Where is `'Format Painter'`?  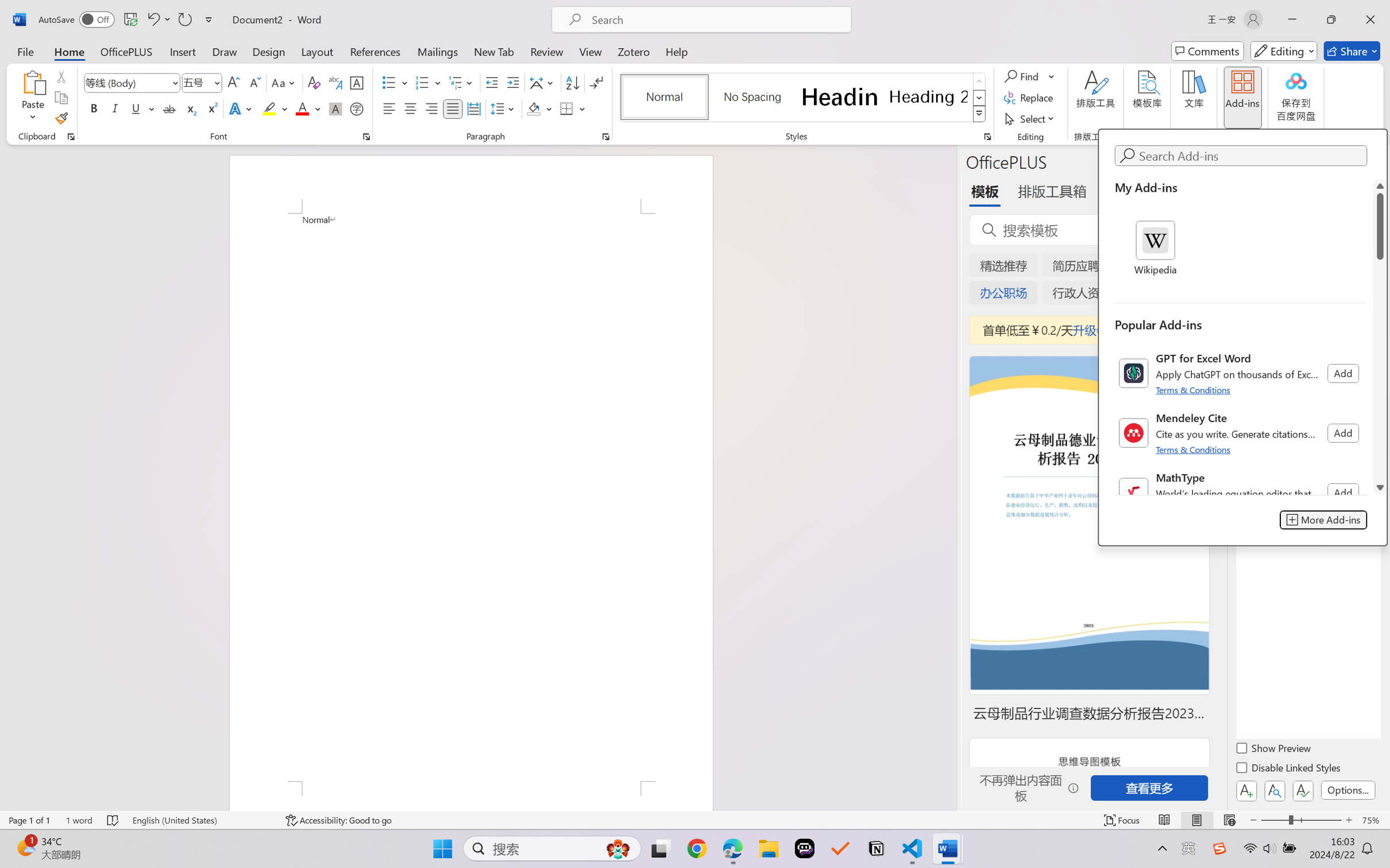 'Format Painter' is located at coordinates (60, 119).